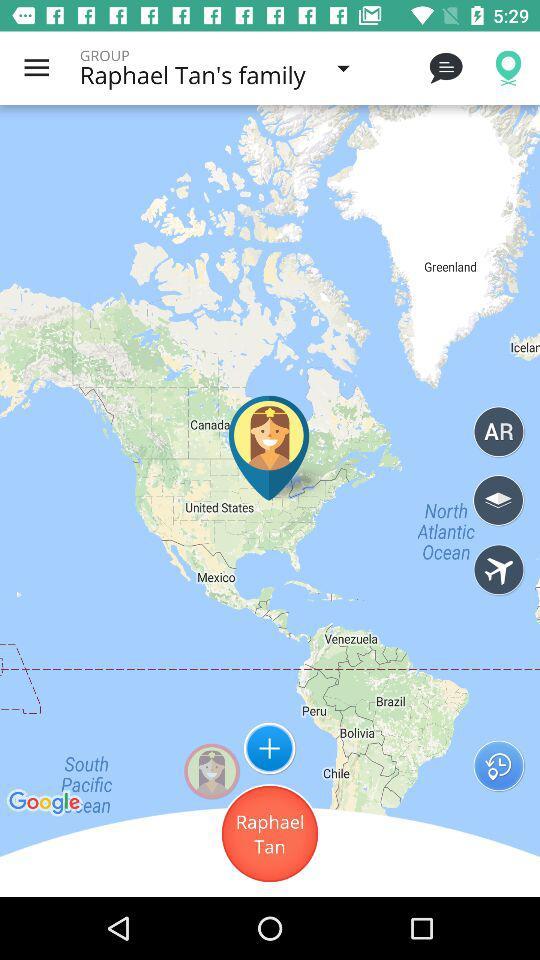 The image size is (540, 960). What do you see at coordinates (270, 834) in the screenshot?
I see `the raphael tan below  the icon` at bounding box center [270, 834].